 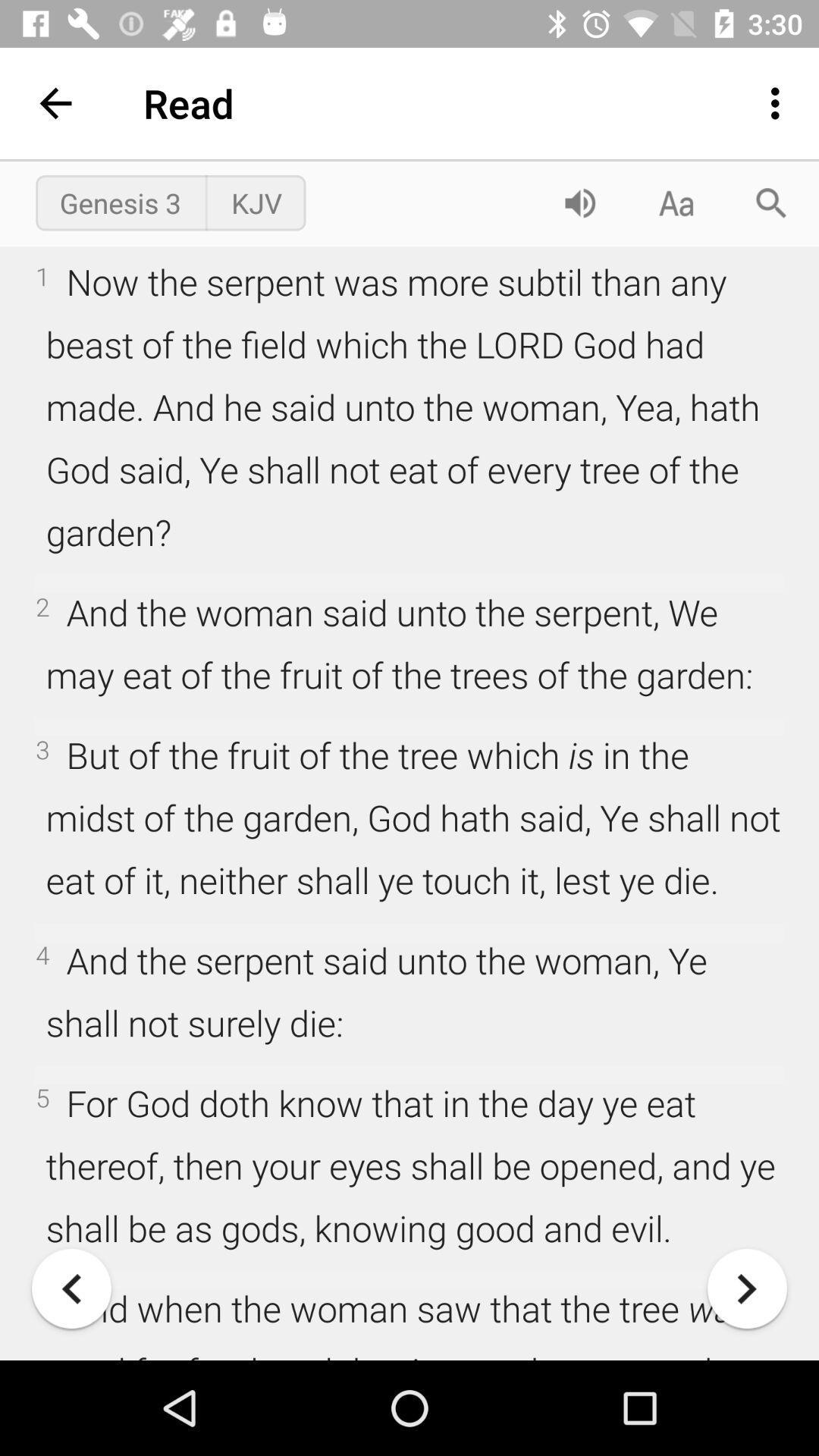 I want to click on item above 1 now the icon, so click(x=256, y=202).